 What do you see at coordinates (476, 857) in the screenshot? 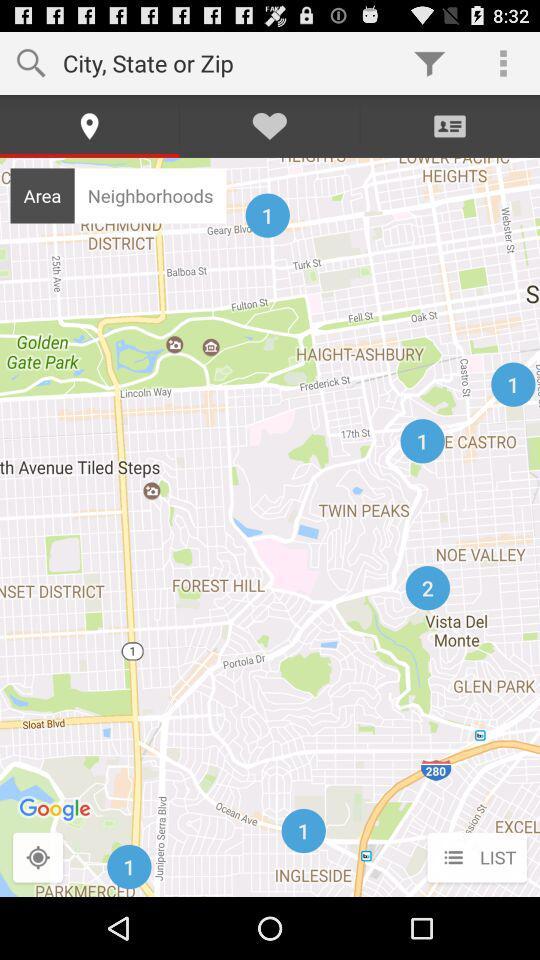
I see `item at the bottom right corner` at bounding box center [476, 857].